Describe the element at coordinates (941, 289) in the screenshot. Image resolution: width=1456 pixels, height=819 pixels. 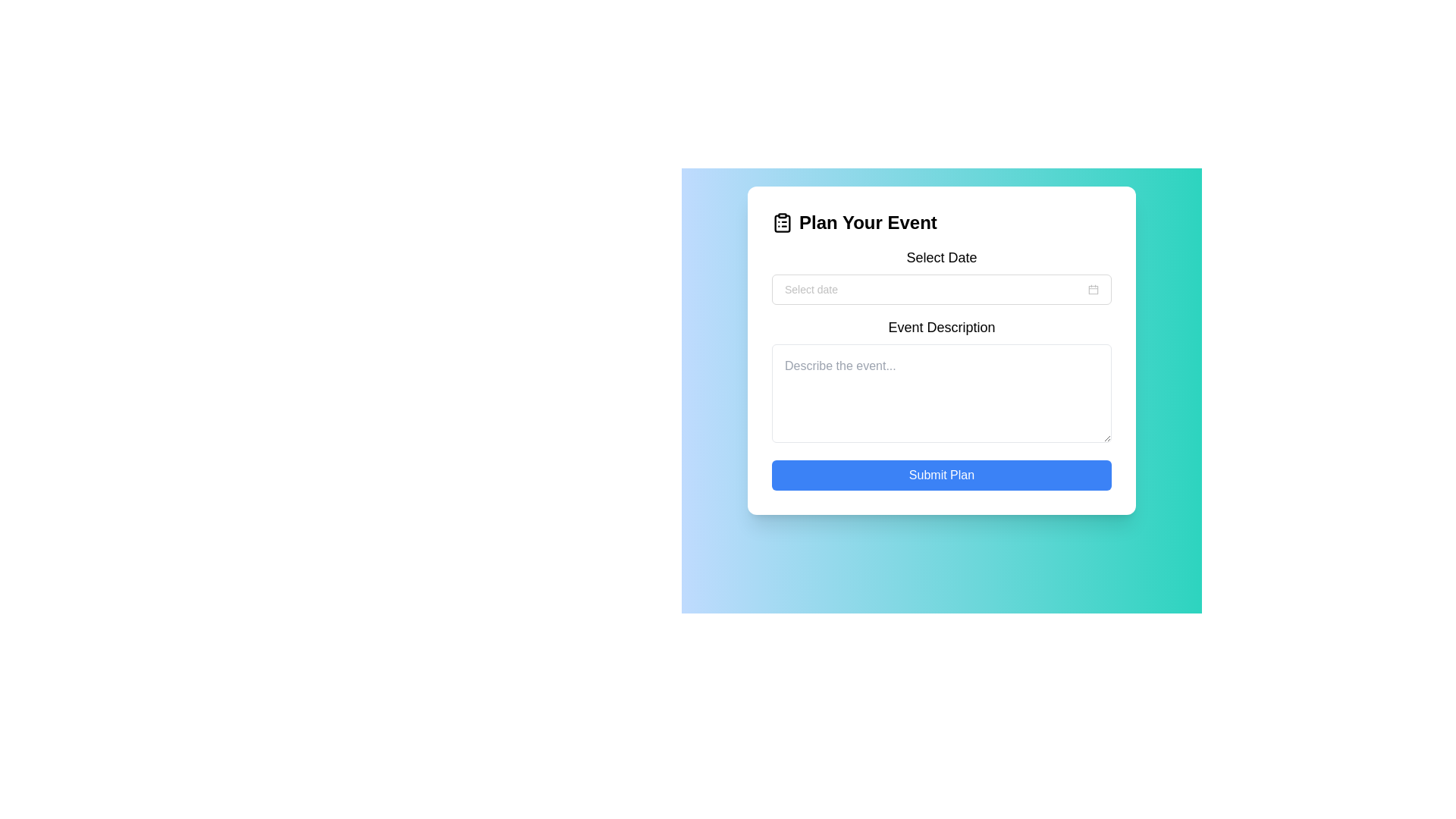
I see `the Date Picker Input Field with rounded border and placeholder 'Select date'` at that location.